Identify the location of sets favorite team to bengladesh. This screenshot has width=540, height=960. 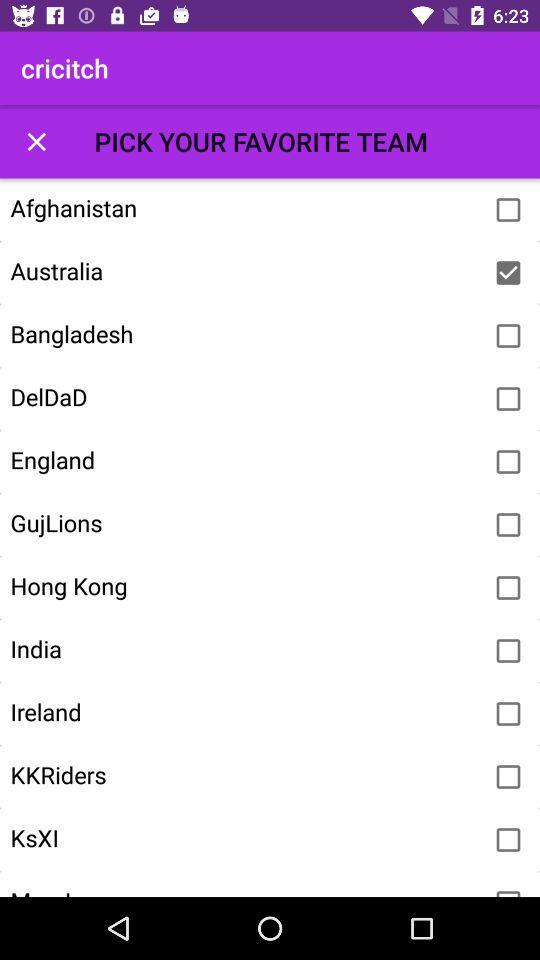
(508, 336).